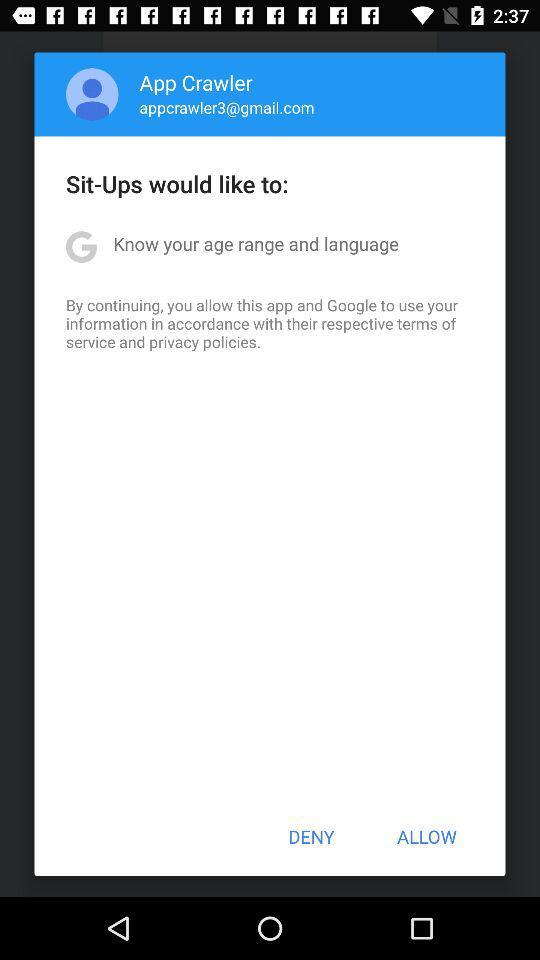 The image size is (540, 960). What do you see at coordinates (256, 242) in the screenshot?
I see `the know your age app` at bounding box center [256, 242].